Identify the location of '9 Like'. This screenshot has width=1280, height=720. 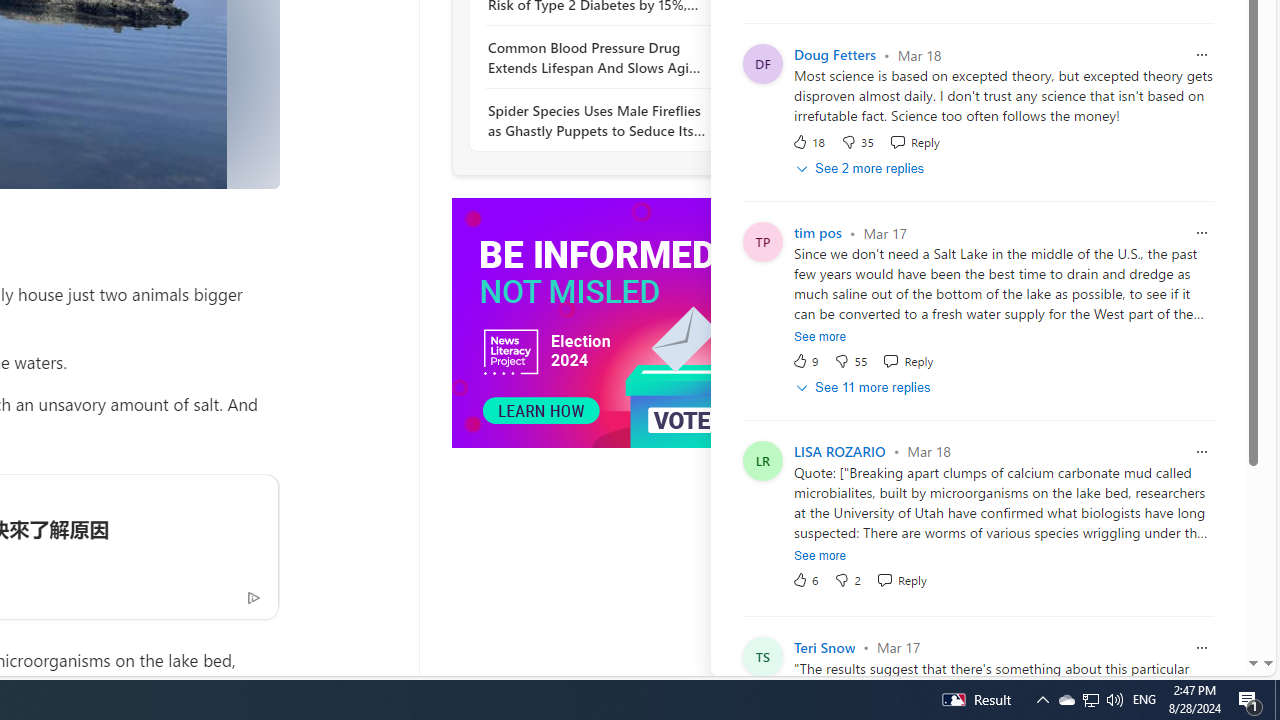
(805, 361).